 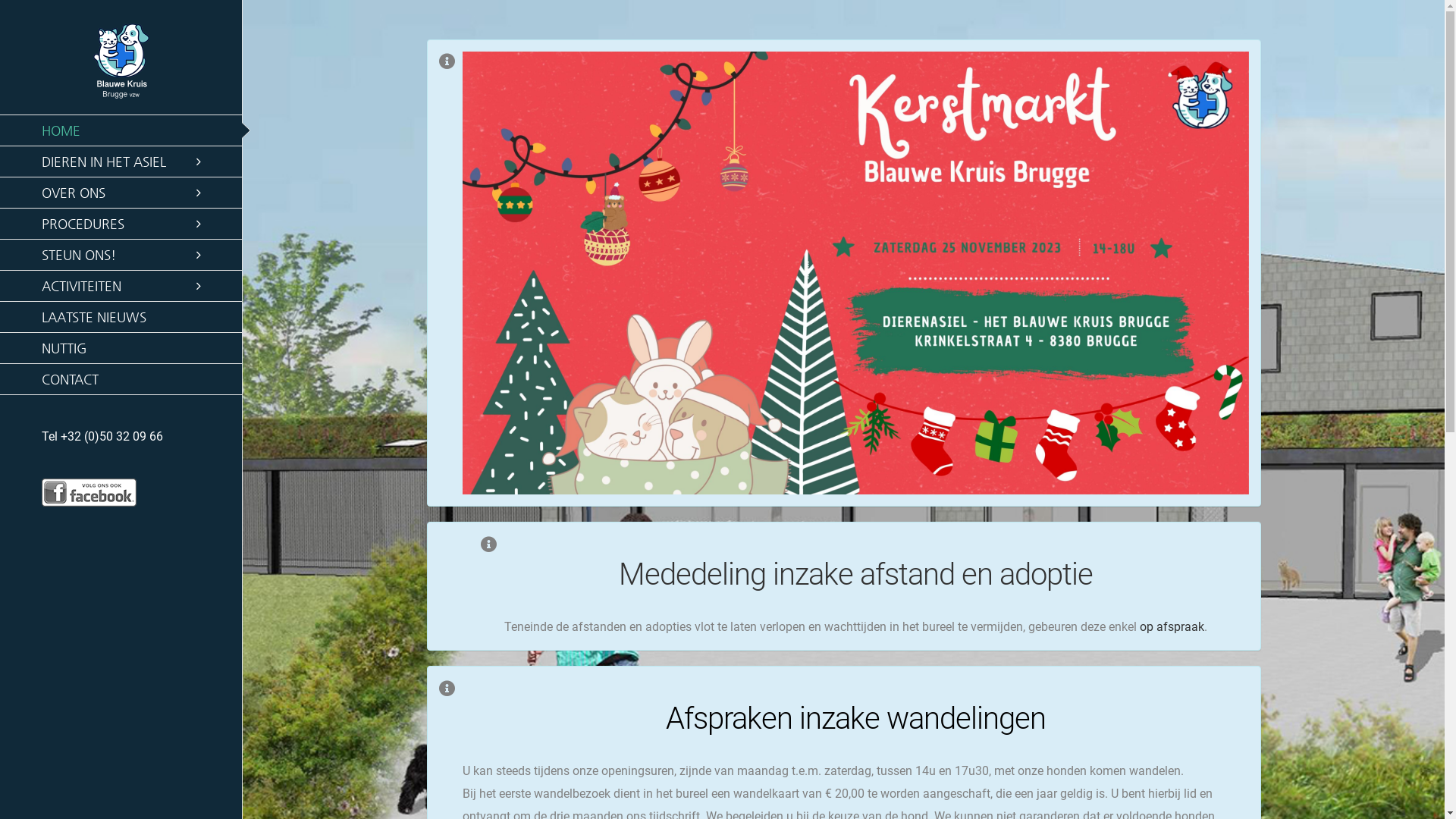 What do you see at coordinates (120, 254) in the screenshot?
I see `'STEUN ONS!'` at bounding box center [120, 254].